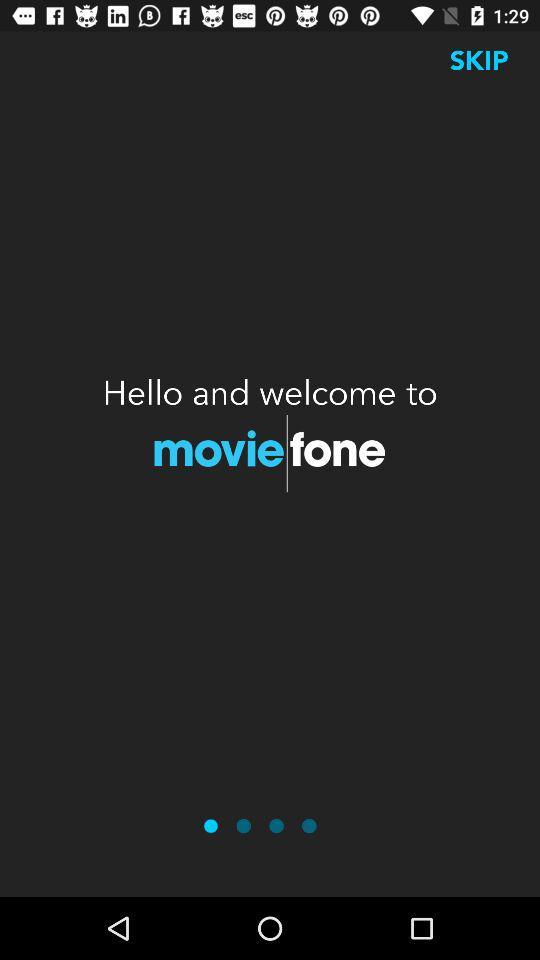 The width and height of the screenshot is (540, 960). I want to click on the icon above hello and welcome icon, so click(478, 59).